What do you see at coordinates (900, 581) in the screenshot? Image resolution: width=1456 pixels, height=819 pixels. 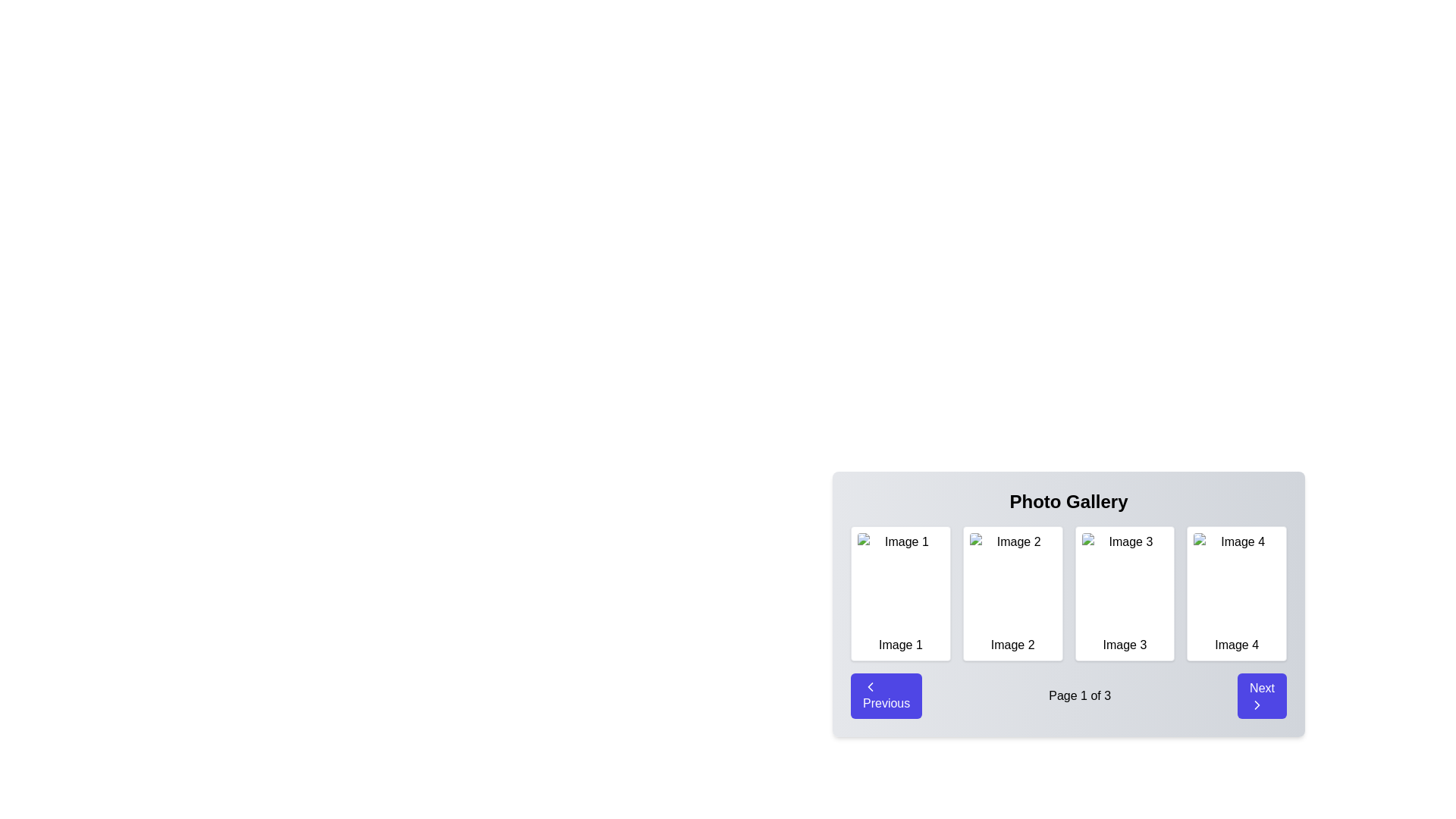 I see `the image placeholder labeled 'Image 1' located at the top section of the first card in a horizontally aligned gallery` at bounding box center [900, 581].